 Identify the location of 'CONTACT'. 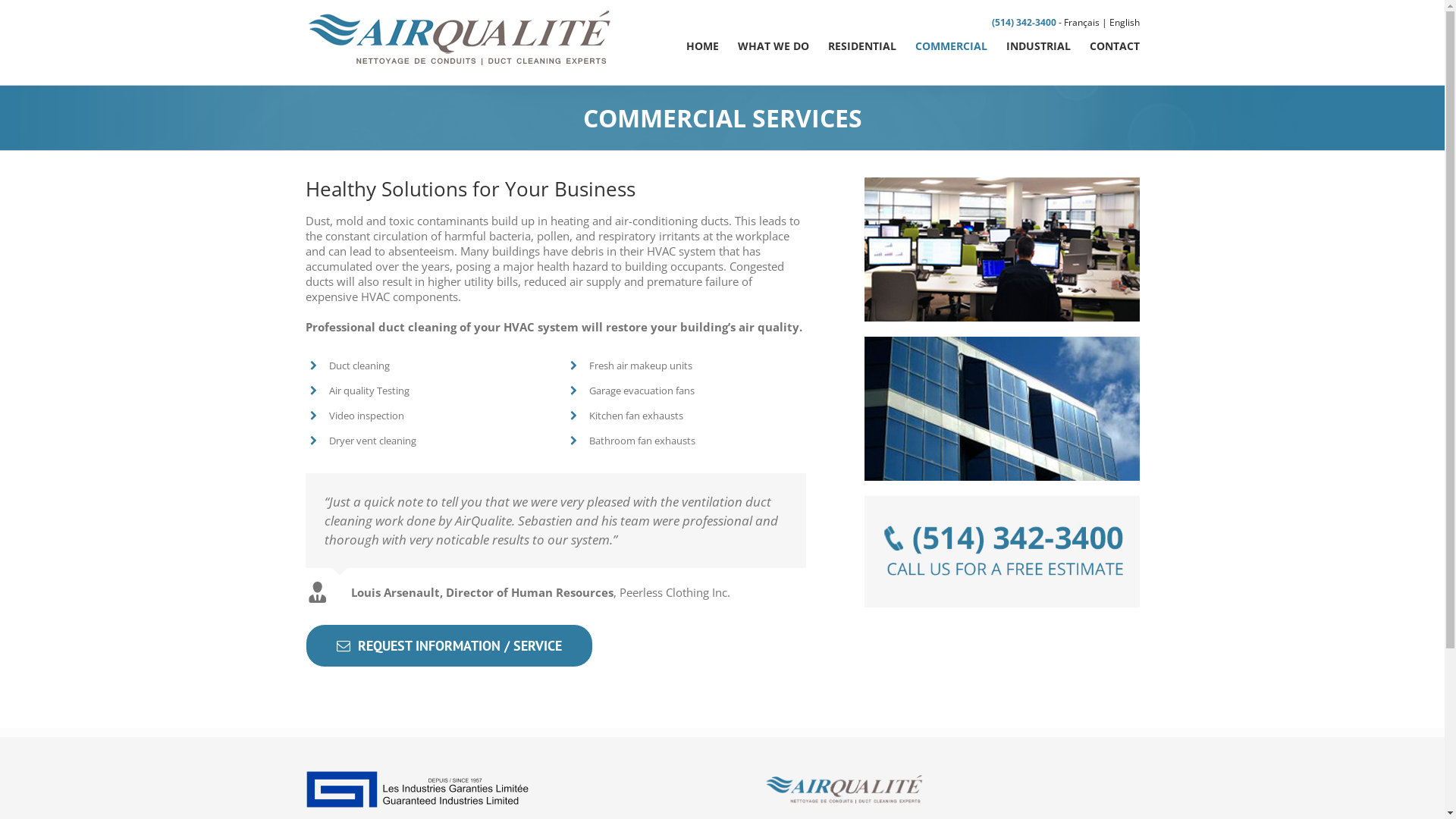
(1087, 43).